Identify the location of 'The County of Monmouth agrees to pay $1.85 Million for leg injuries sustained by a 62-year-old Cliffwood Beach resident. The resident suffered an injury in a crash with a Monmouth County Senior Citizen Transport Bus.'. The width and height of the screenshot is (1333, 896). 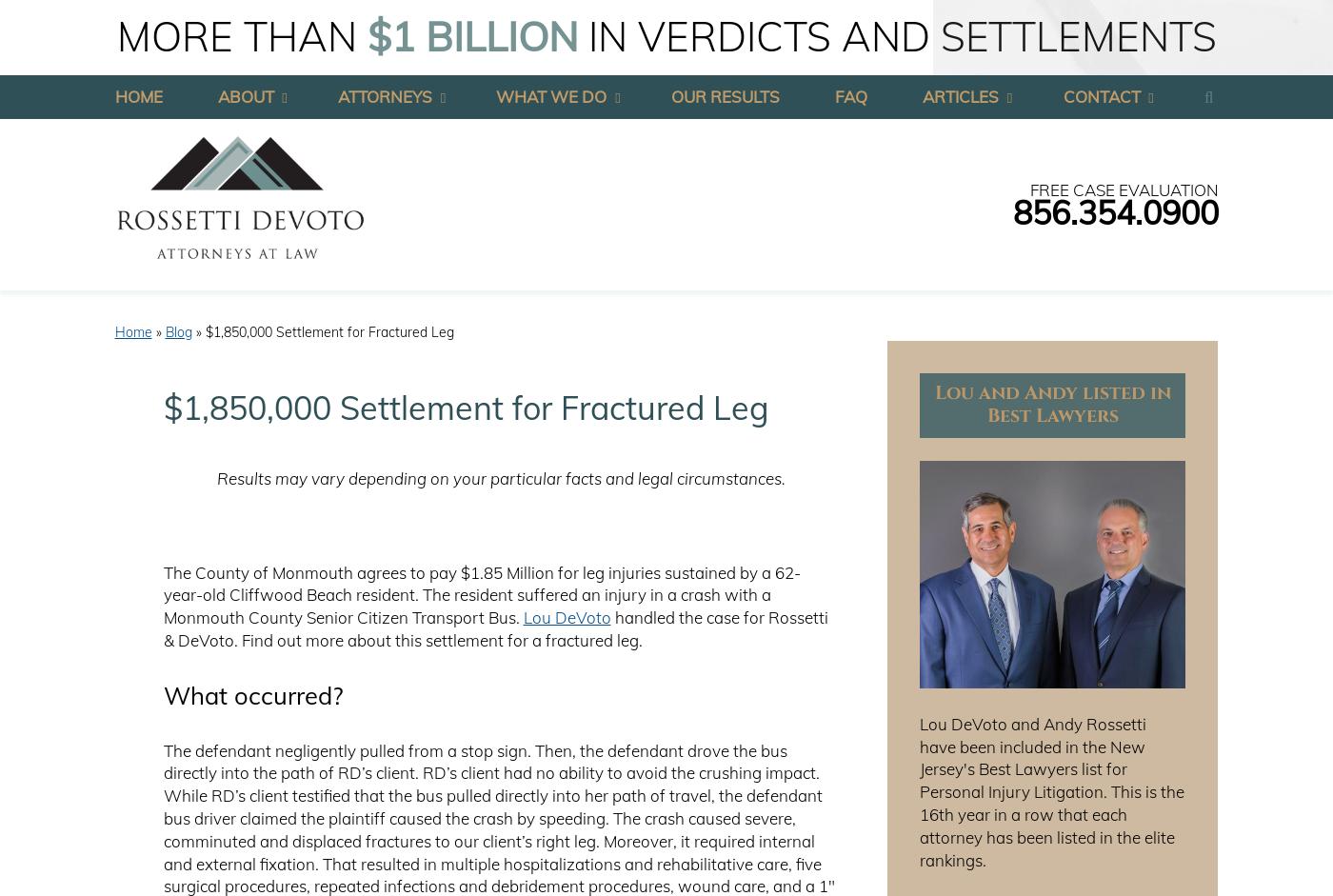
(481, 594).